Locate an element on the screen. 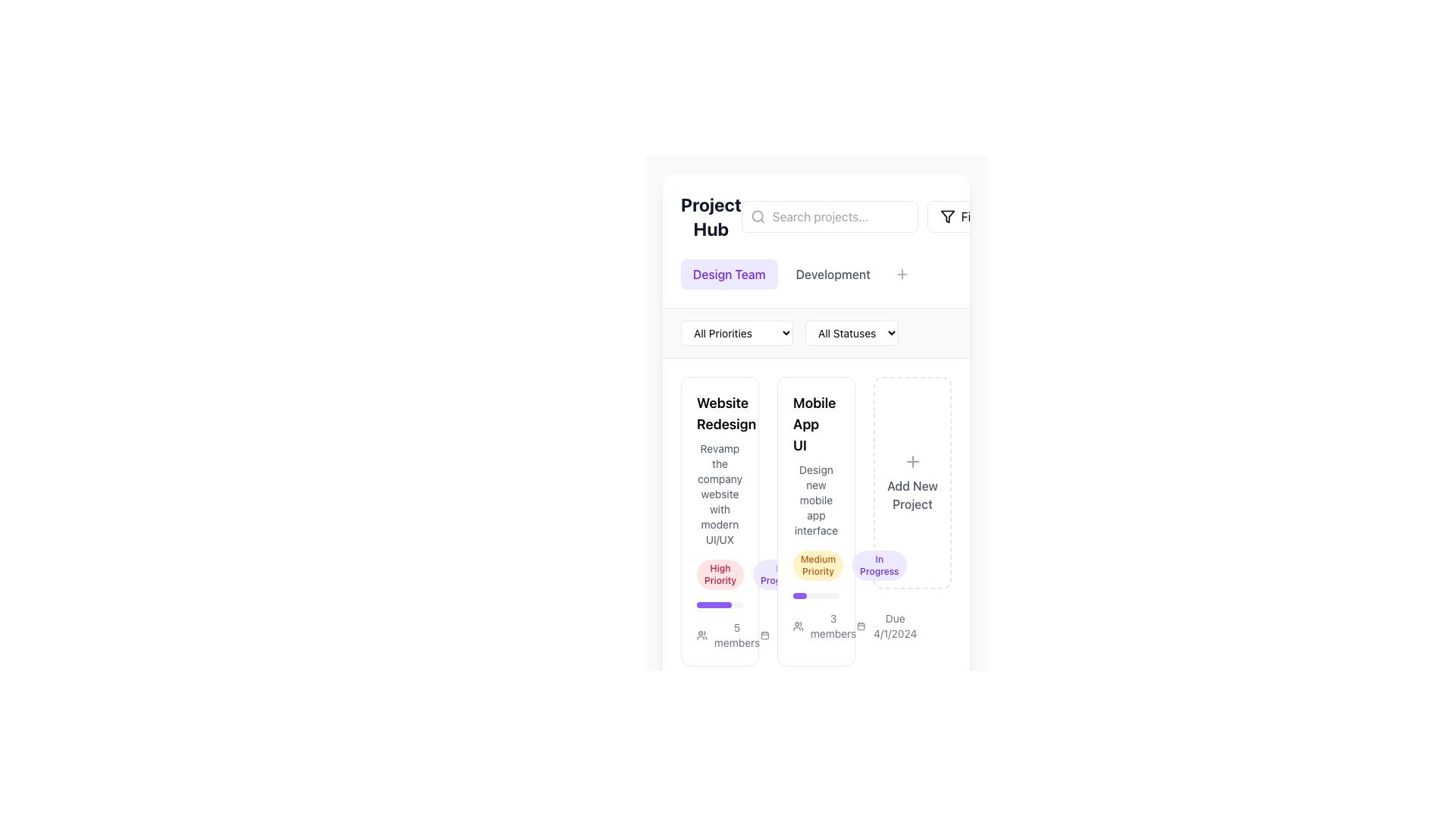 This screenshot has width=1456, height=819. the progress bar segment indicating 30% completion within the second column of the 'Mobile App UI' card is located at coordinates (799, 595).